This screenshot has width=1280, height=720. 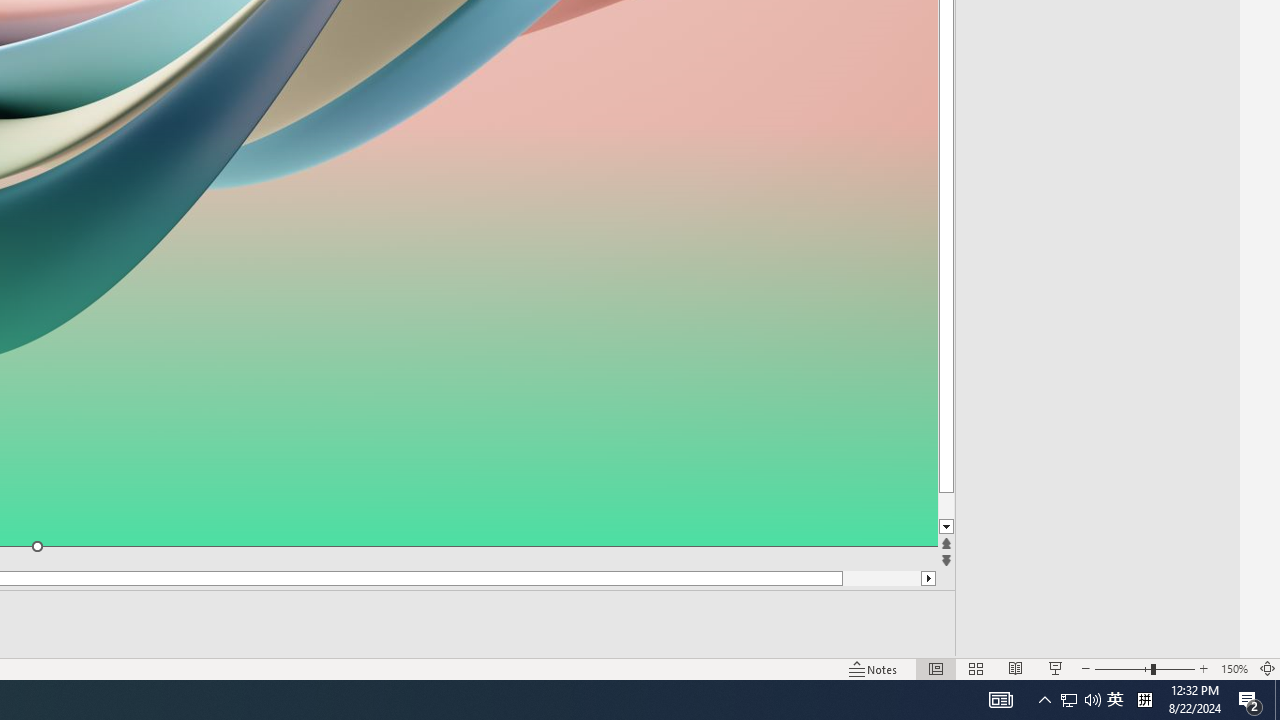 I want to click on 'Normal', so click(x=935, y=669).